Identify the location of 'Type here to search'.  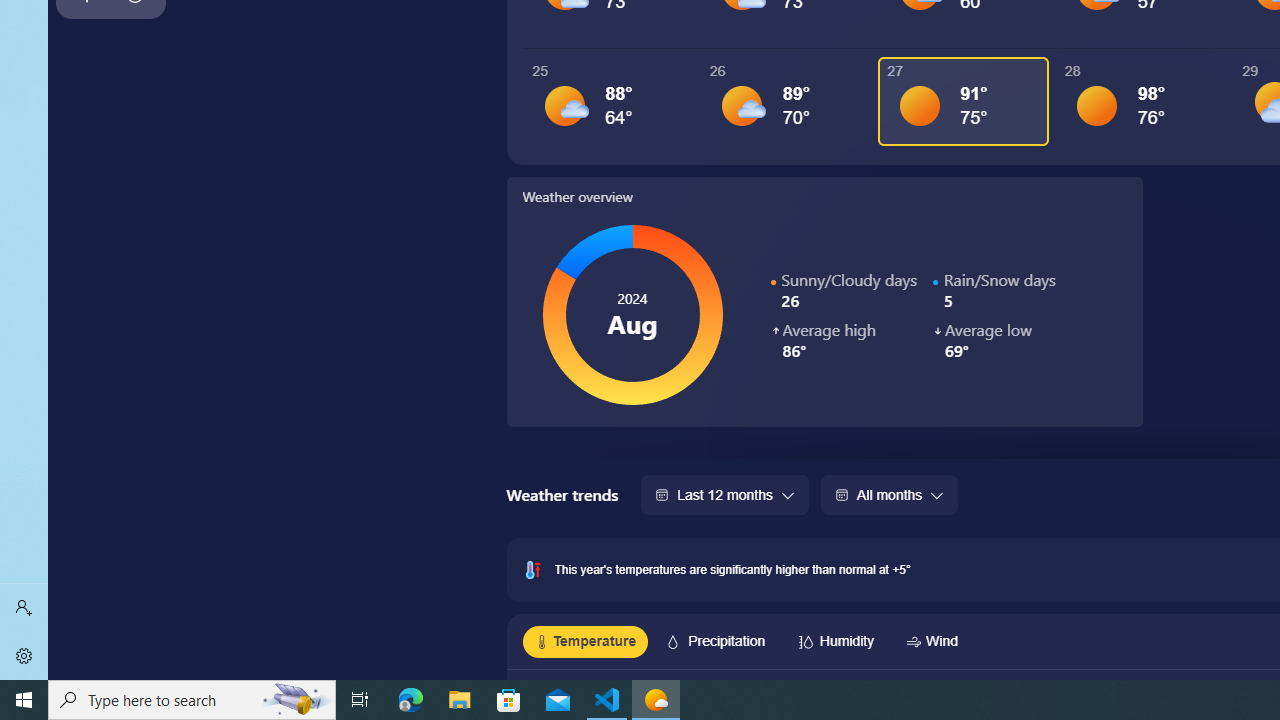
(192, 698).